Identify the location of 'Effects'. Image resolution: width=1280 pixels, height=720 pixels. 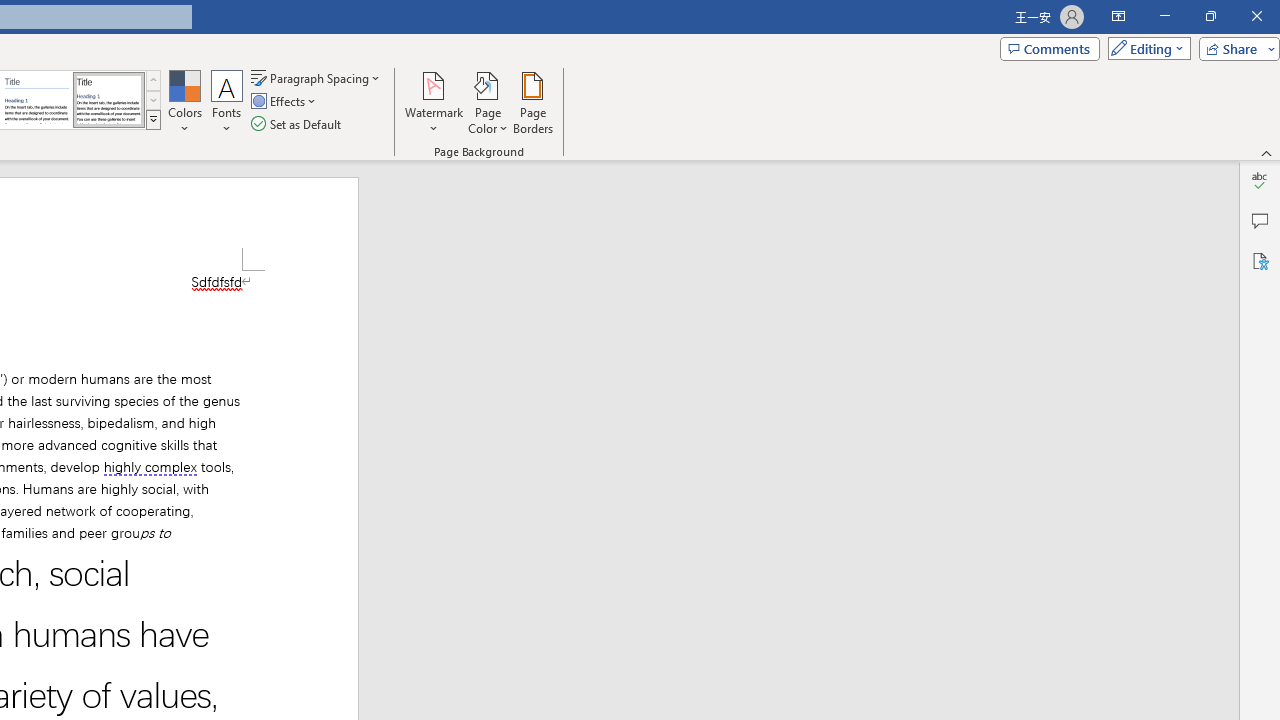
(284, 101).